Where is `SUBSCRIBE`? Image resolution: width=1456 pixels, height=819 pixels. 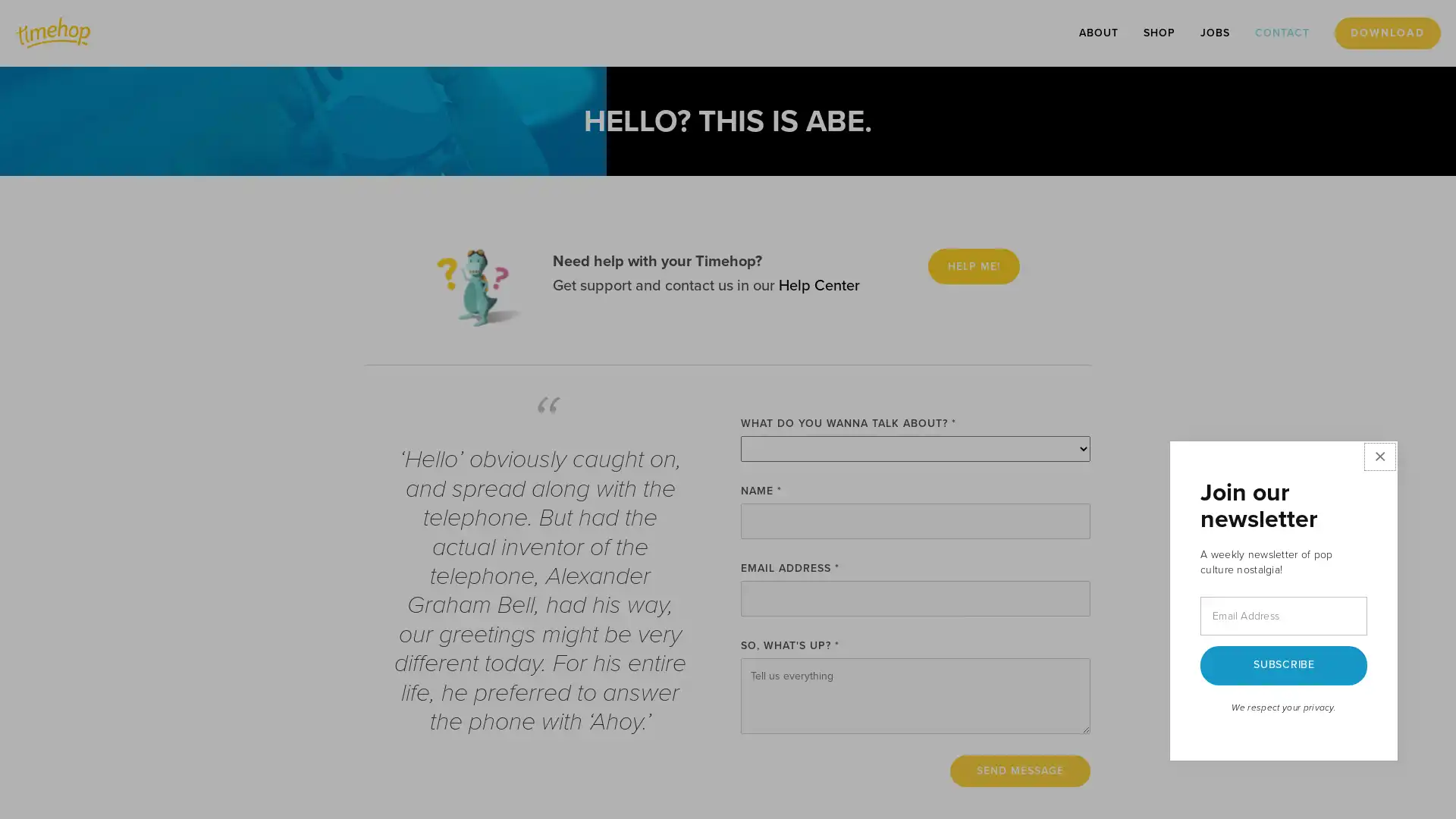 SUBSCRIBE is located at coordinates (1283, 663).